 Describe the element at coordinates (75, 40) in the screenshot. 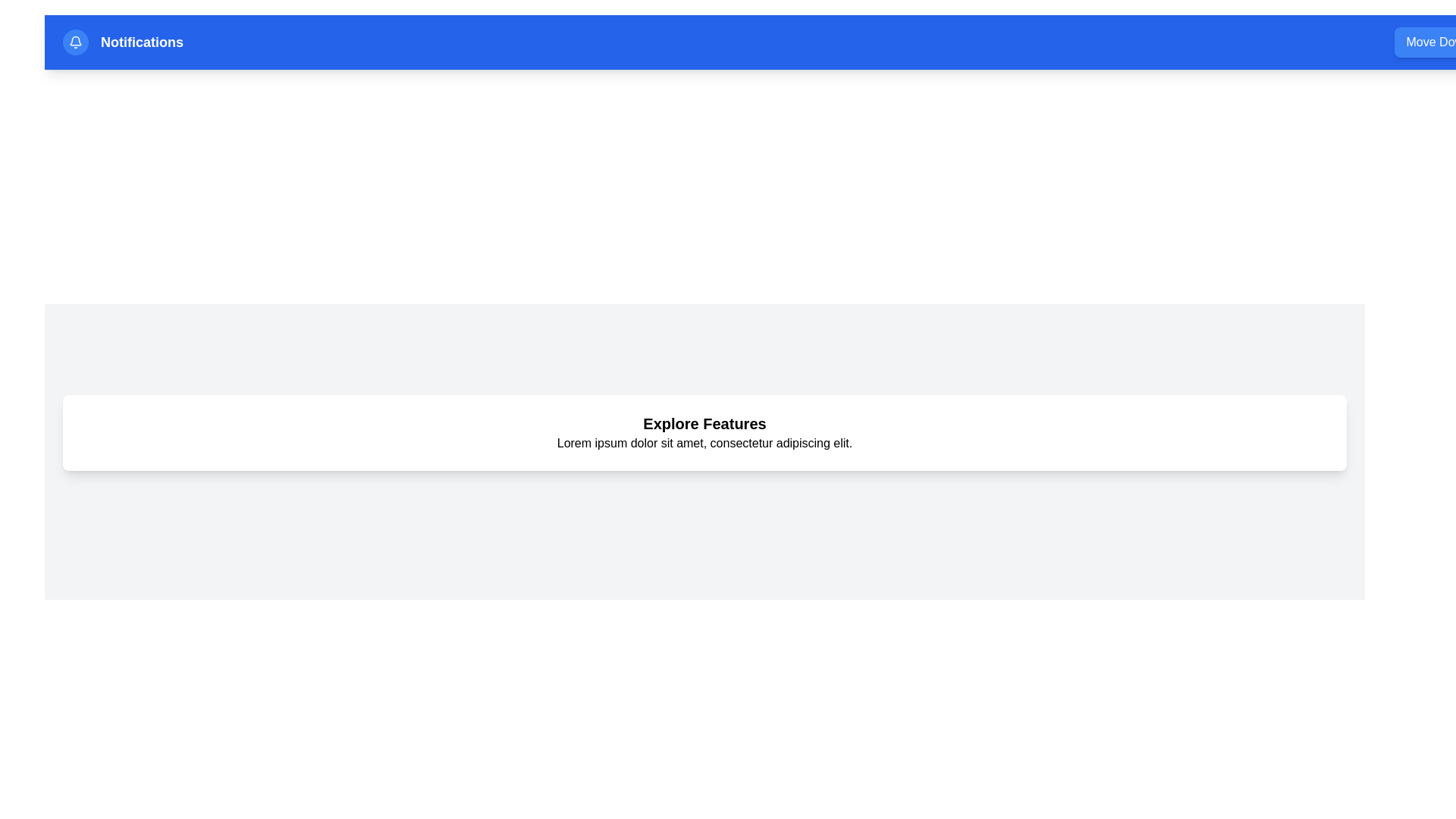

I see `the bell icon indicating notifications, located in the top-left corner of the blue header bar` at that location.